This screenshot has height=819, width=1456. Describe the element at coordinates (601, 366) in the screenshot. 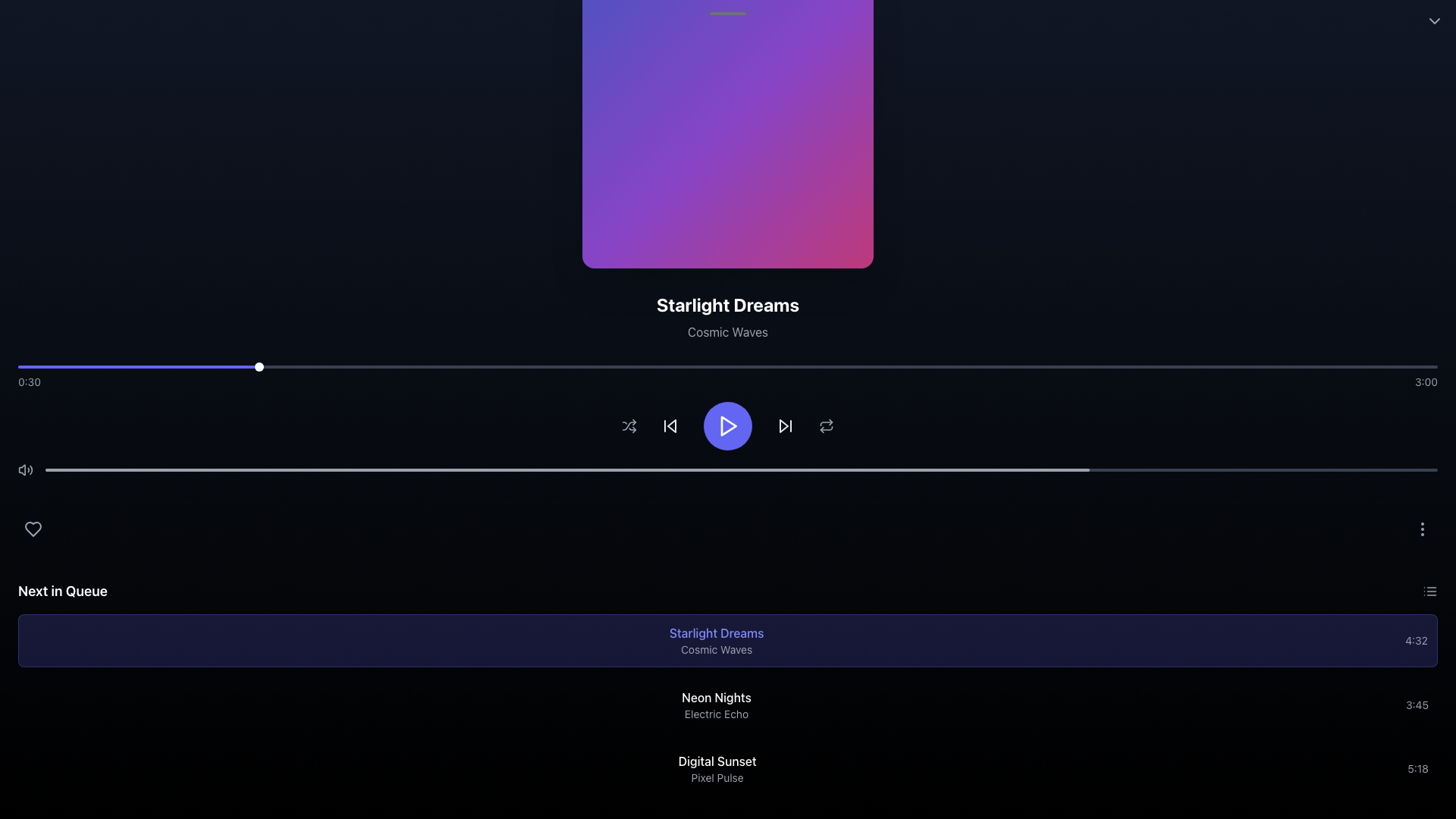

I see `playback position` at that location.